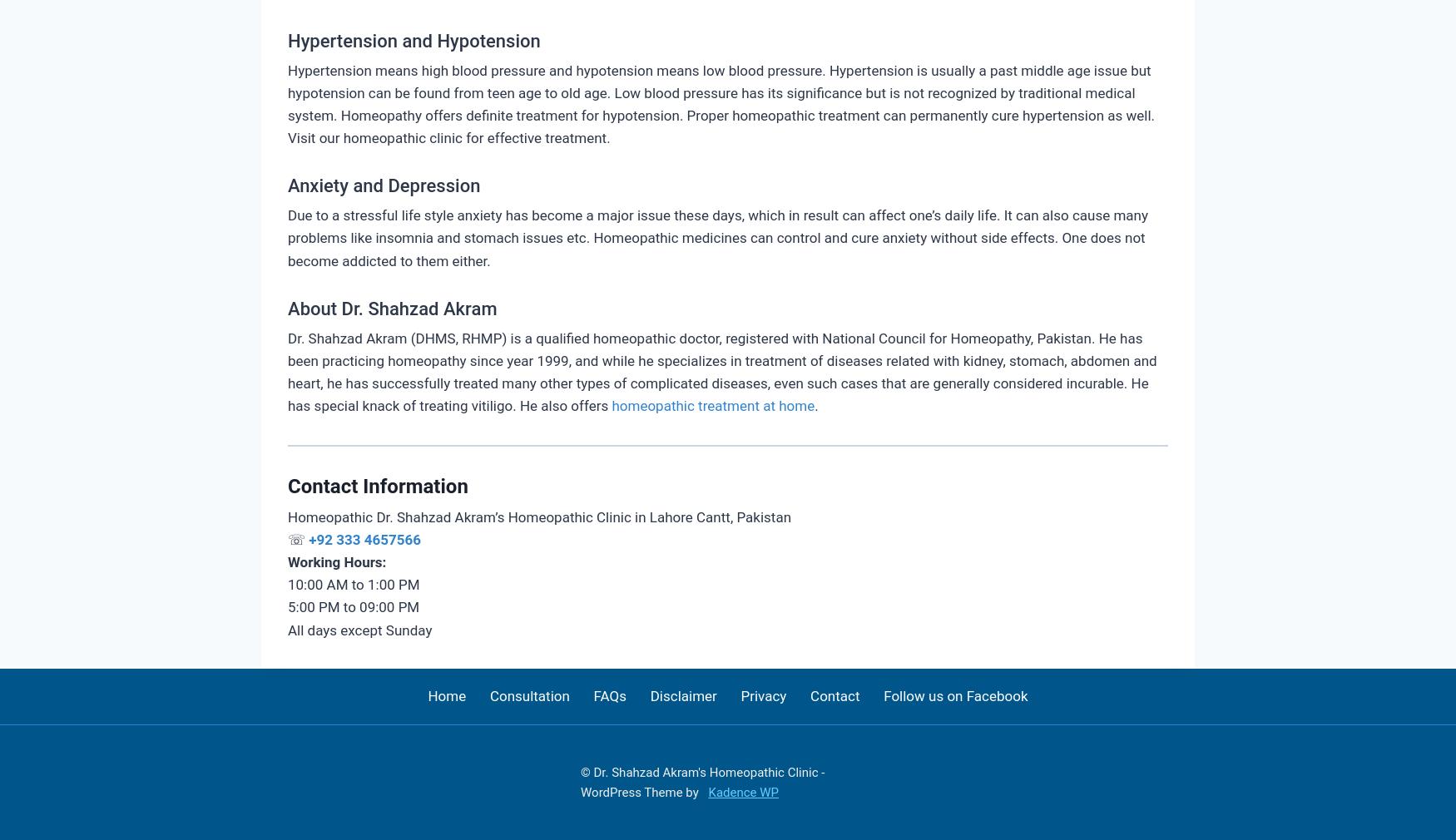 This screenshot has width=1456, height=840. Describe the element at coordinates (359, 628) in the screenshot. I see `'All days except Sunday'` at that location.